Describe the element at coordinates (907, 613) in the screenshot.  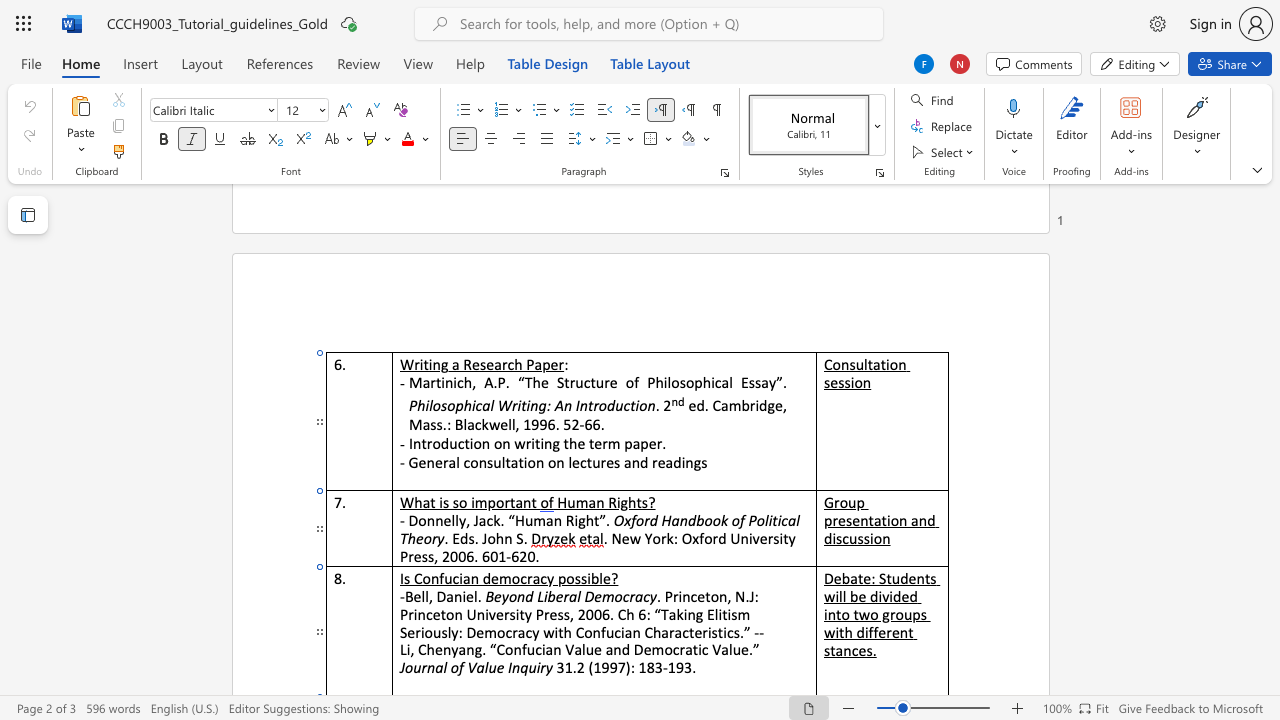
I see `the 2th character "u" in the text` at that location.